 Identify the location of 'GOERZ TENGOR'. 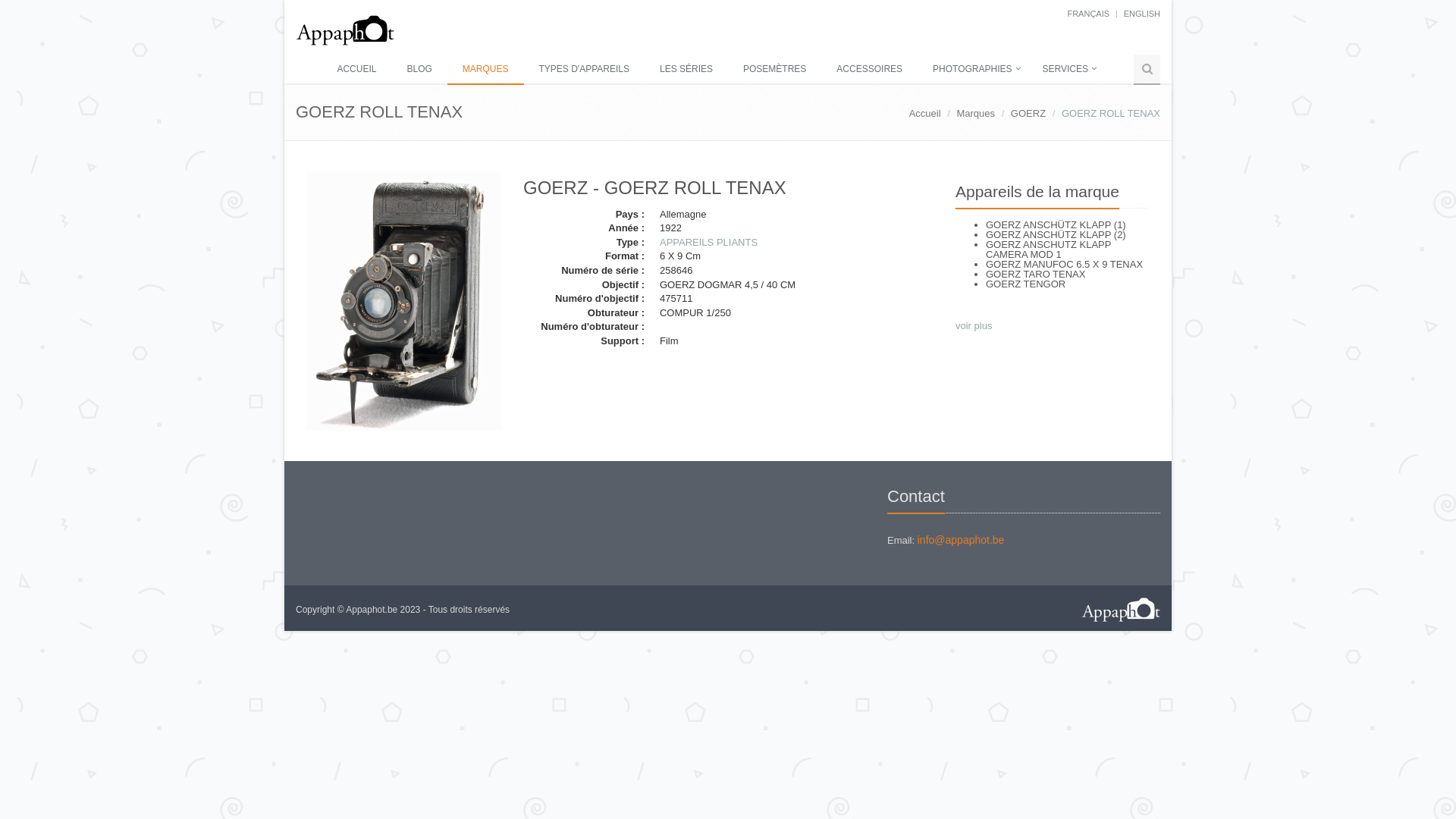
(1025, 284).